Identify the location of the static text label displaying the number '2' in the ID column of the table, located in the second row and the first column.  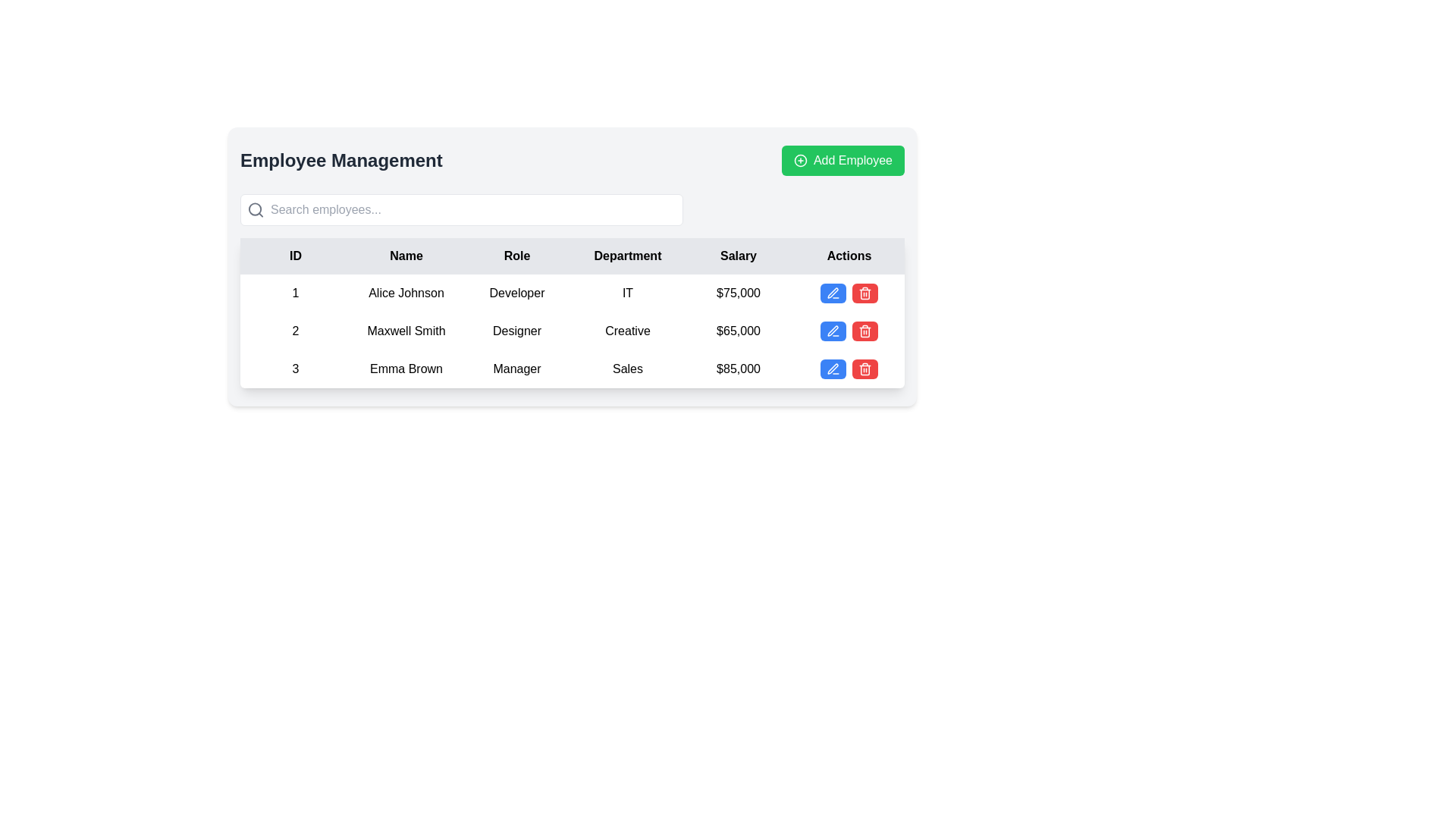
(295, 330).